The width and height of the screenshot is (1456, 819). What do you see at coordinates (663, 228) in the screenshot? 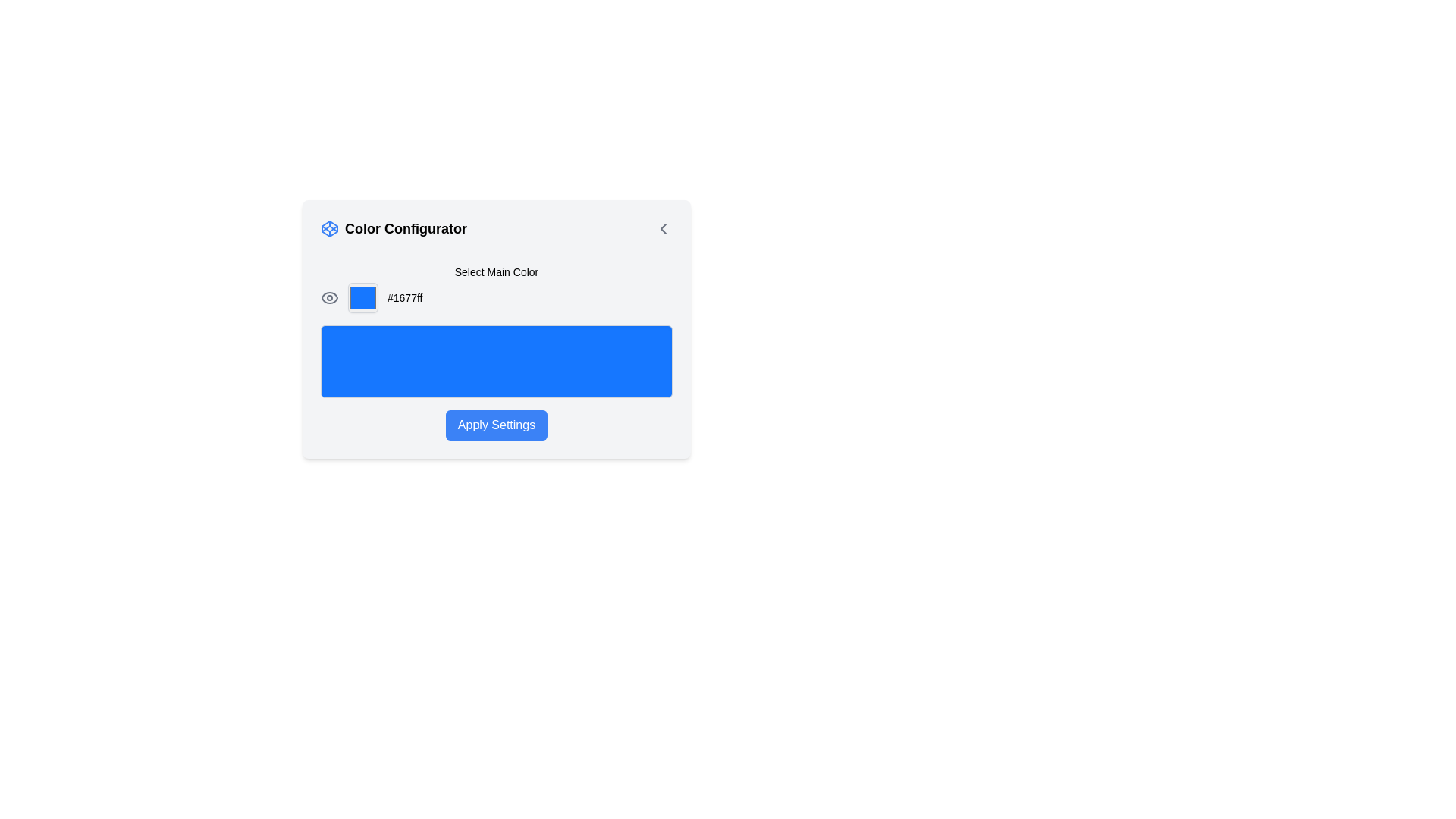
I see `the left-chevron graphical icon in the 'Color Configurator' modal` at bounding box center [663, 228].